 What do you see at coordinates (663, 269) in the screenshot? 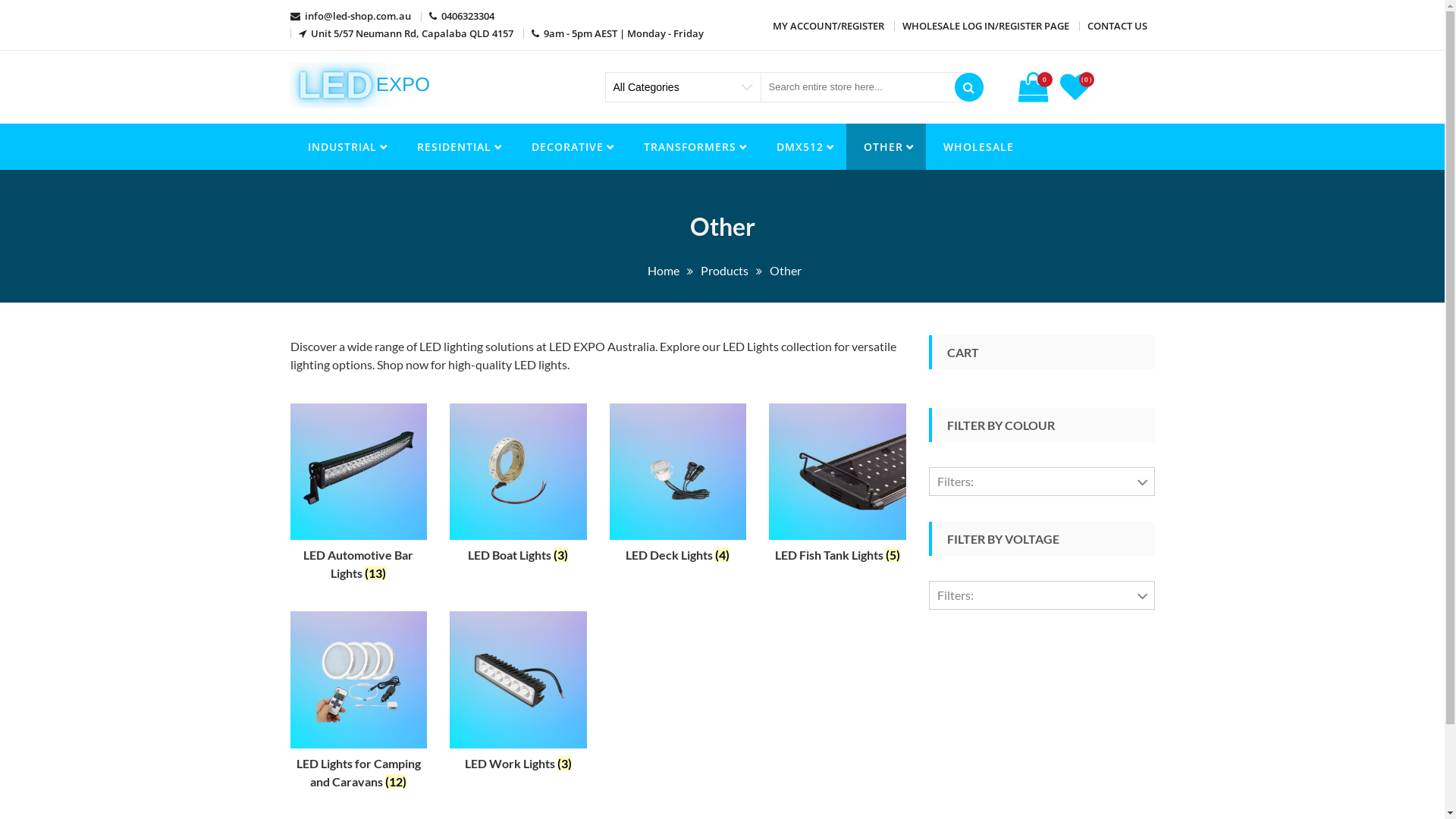
I see `'Home'` at bounding box center [663, 269].